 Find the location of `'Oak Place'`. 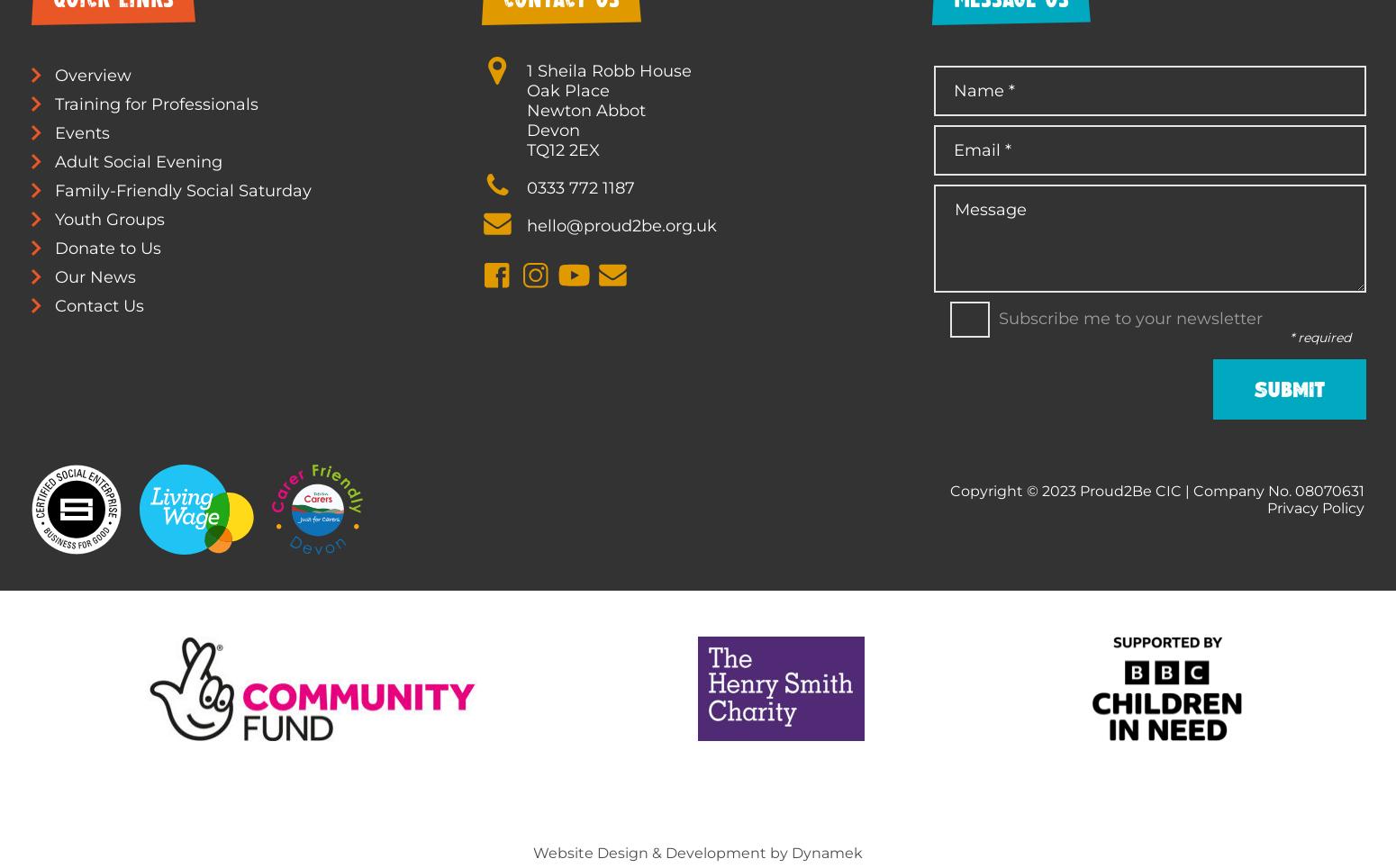

'Oak Place' is located at coordinates (567, 88).